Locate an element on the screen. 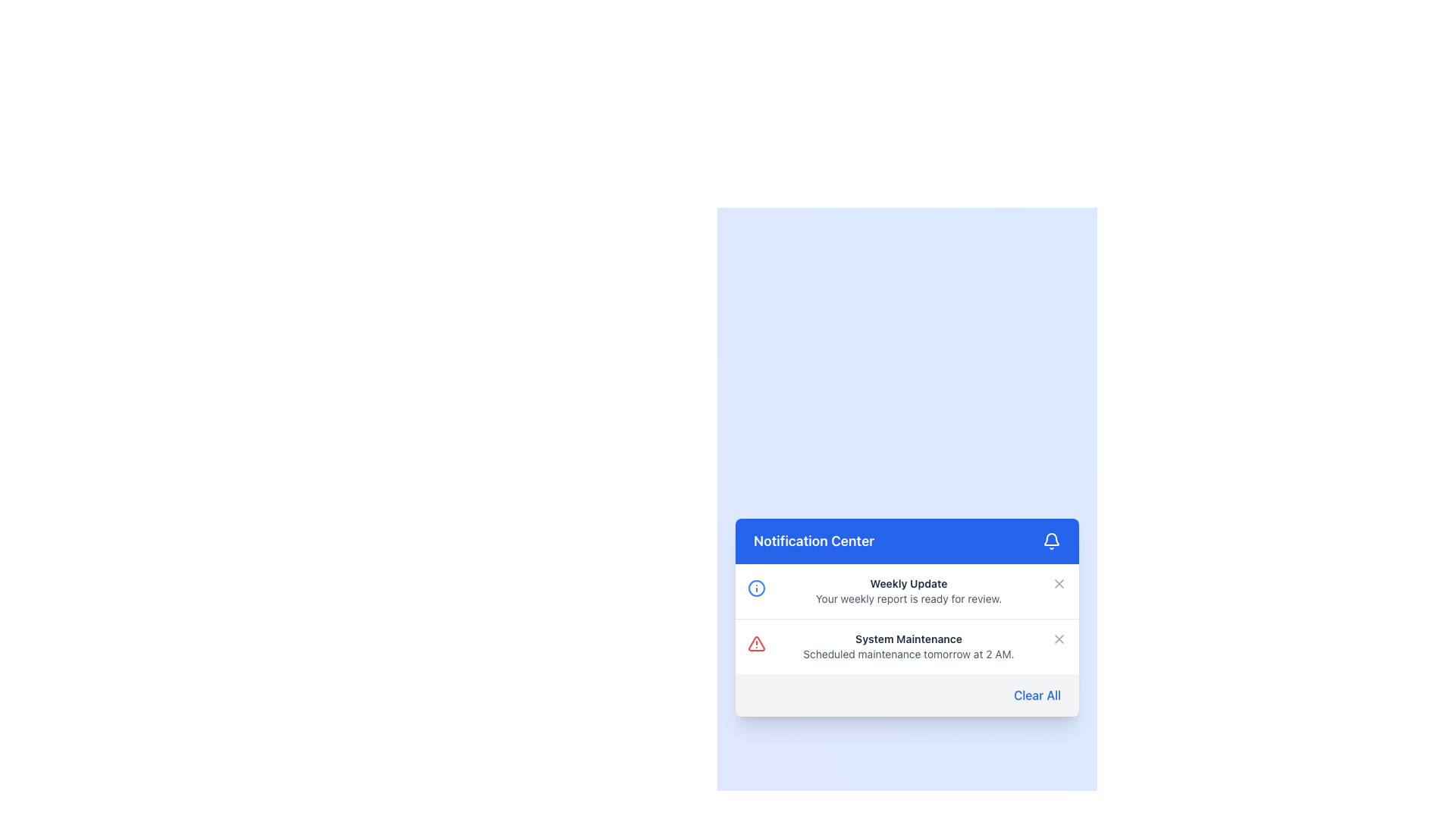 The width and height of the screenshot is (1456, 819). the hyperlink located at the bottom-right corner of the notification menu is located at coordinates (1037, 695).